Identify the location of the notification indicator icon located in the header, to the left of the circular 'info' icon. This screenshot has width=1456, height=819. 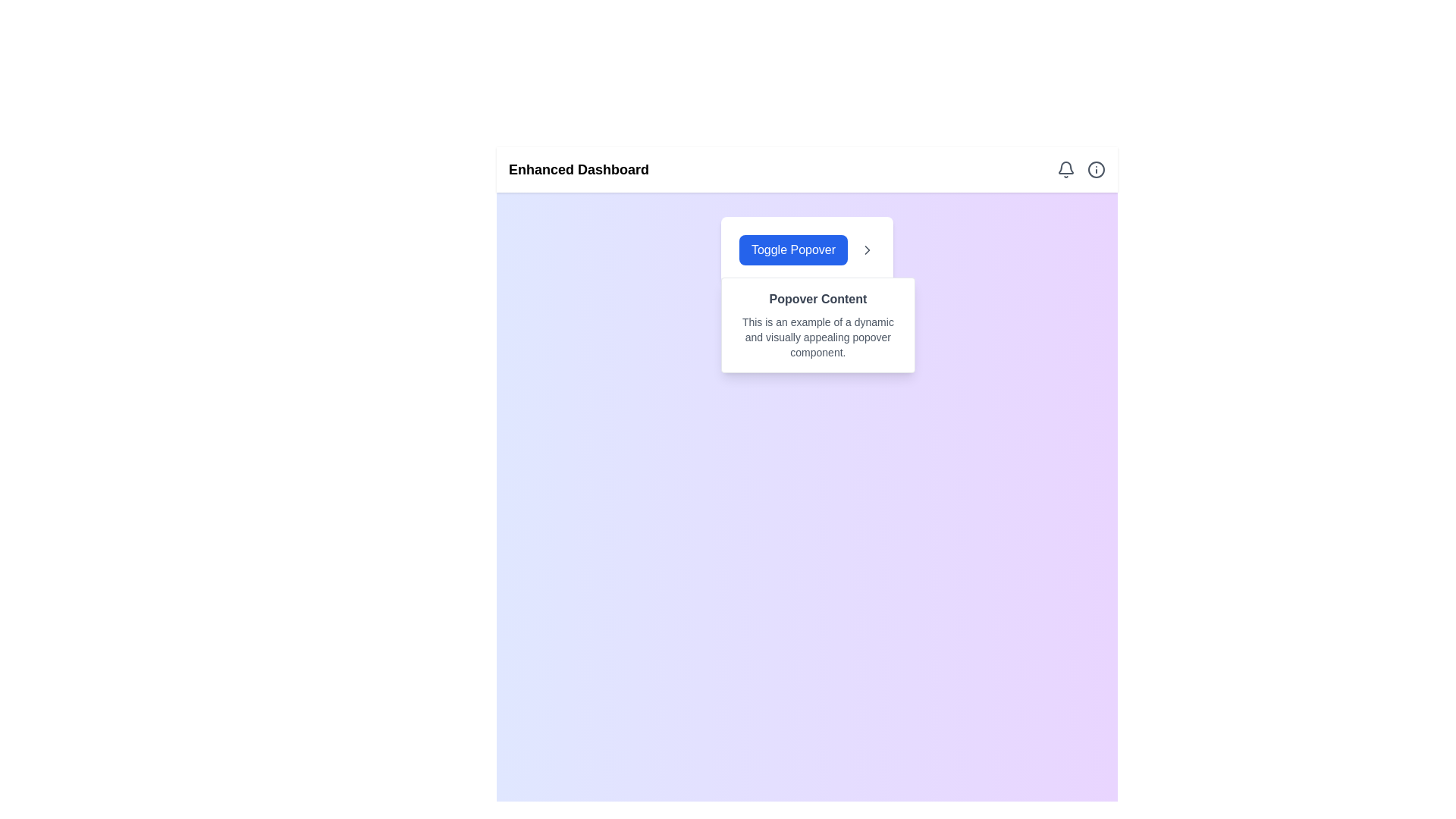
(1065, 168).